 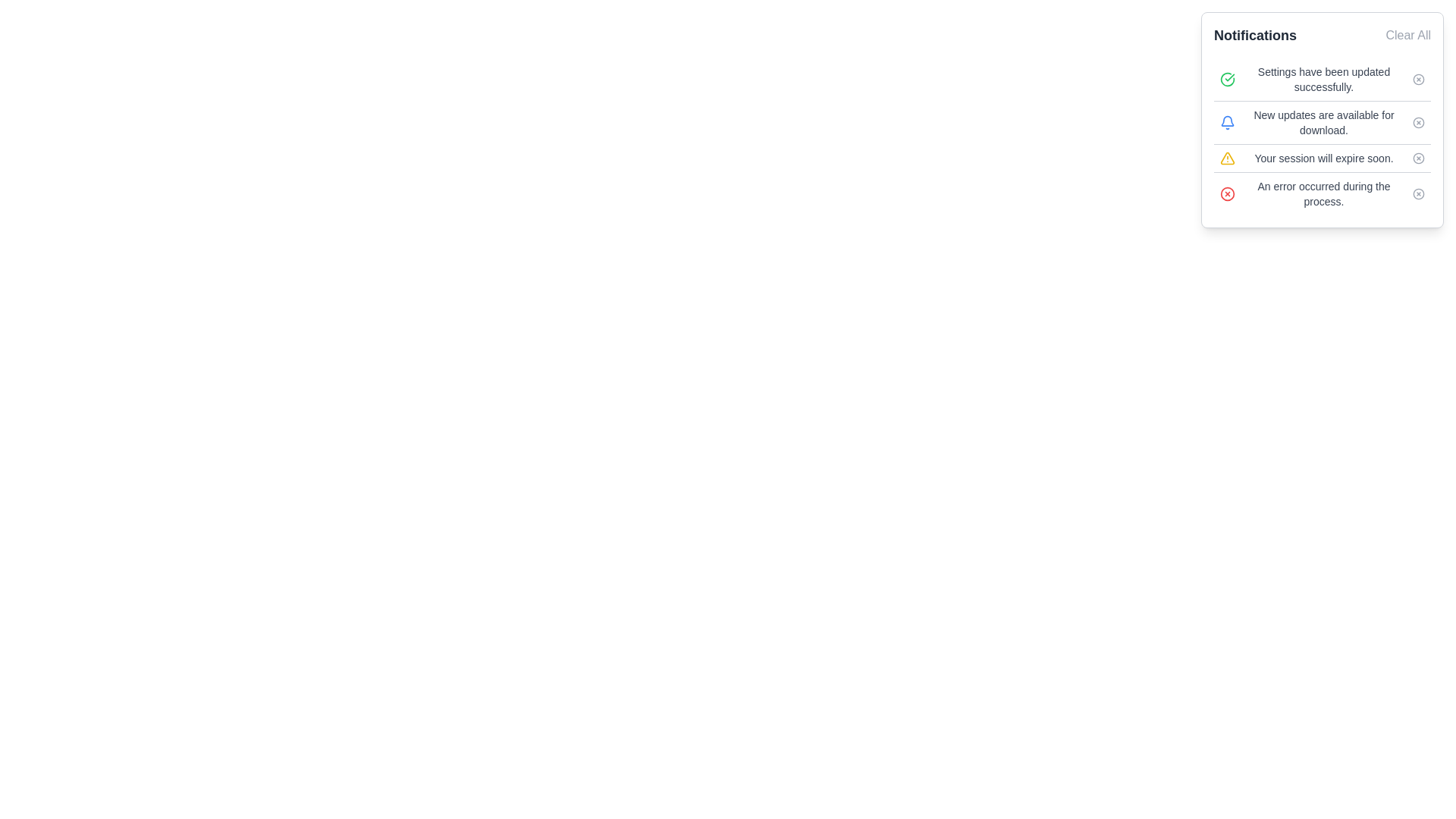 What do you see at coordinates (1227, 79) in the screenshot?
I see `the circular green outlined icon with a checkmark inside, which is positioned to the left of the 'Settings have been updated successfully.' text in the notification box at the top-right of the UI panel` at bounding box center [1227, 79].